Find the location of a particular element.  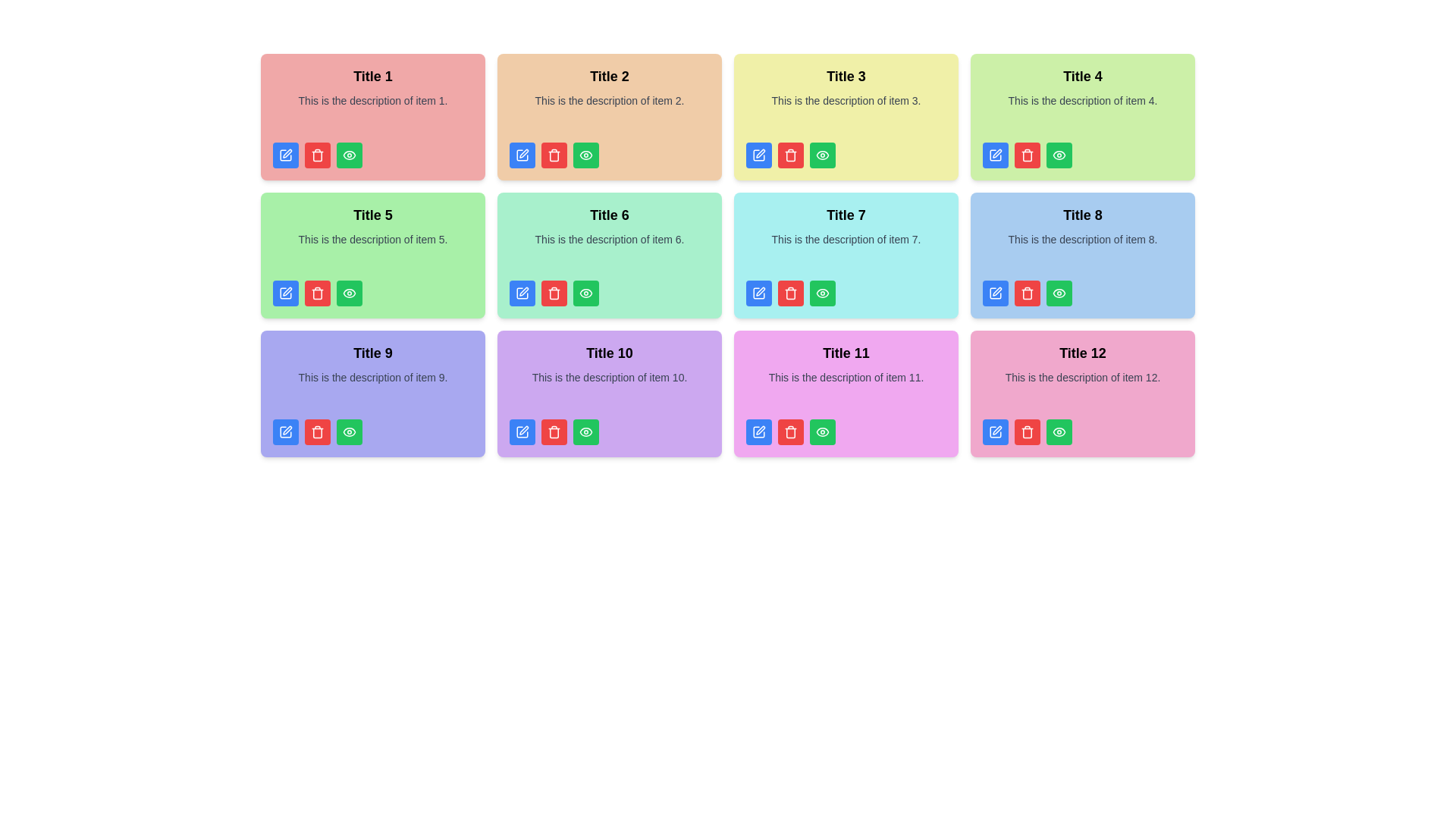

the editing button located in the group of three action buttons below the 'Title 7' section is located at coordinates (759, 293).